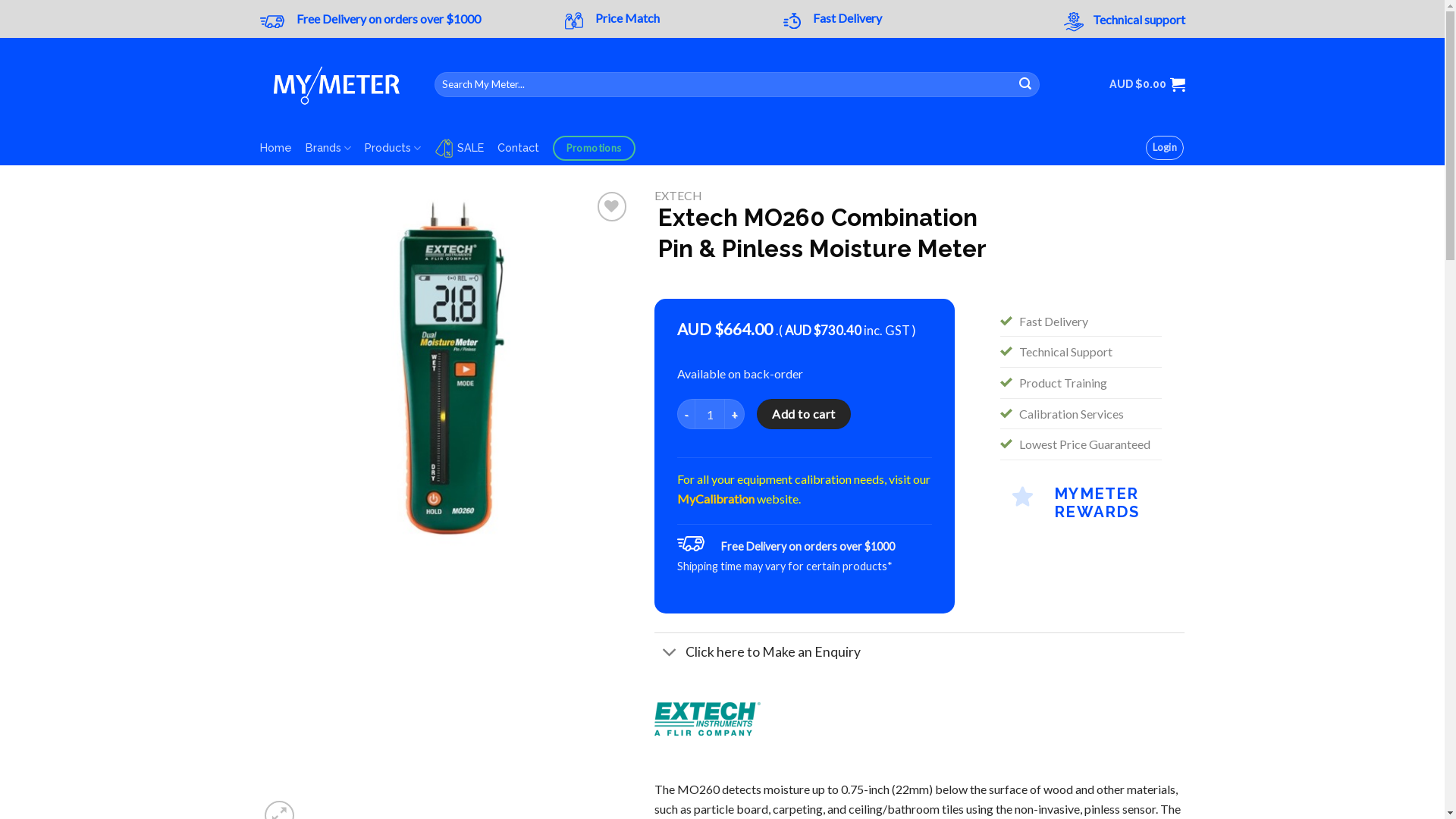 The height and width of the screenshot is (819, 1456). Describe the element at coordinates (1164, 148) in the screenshot. I see `'Login'` at that location.